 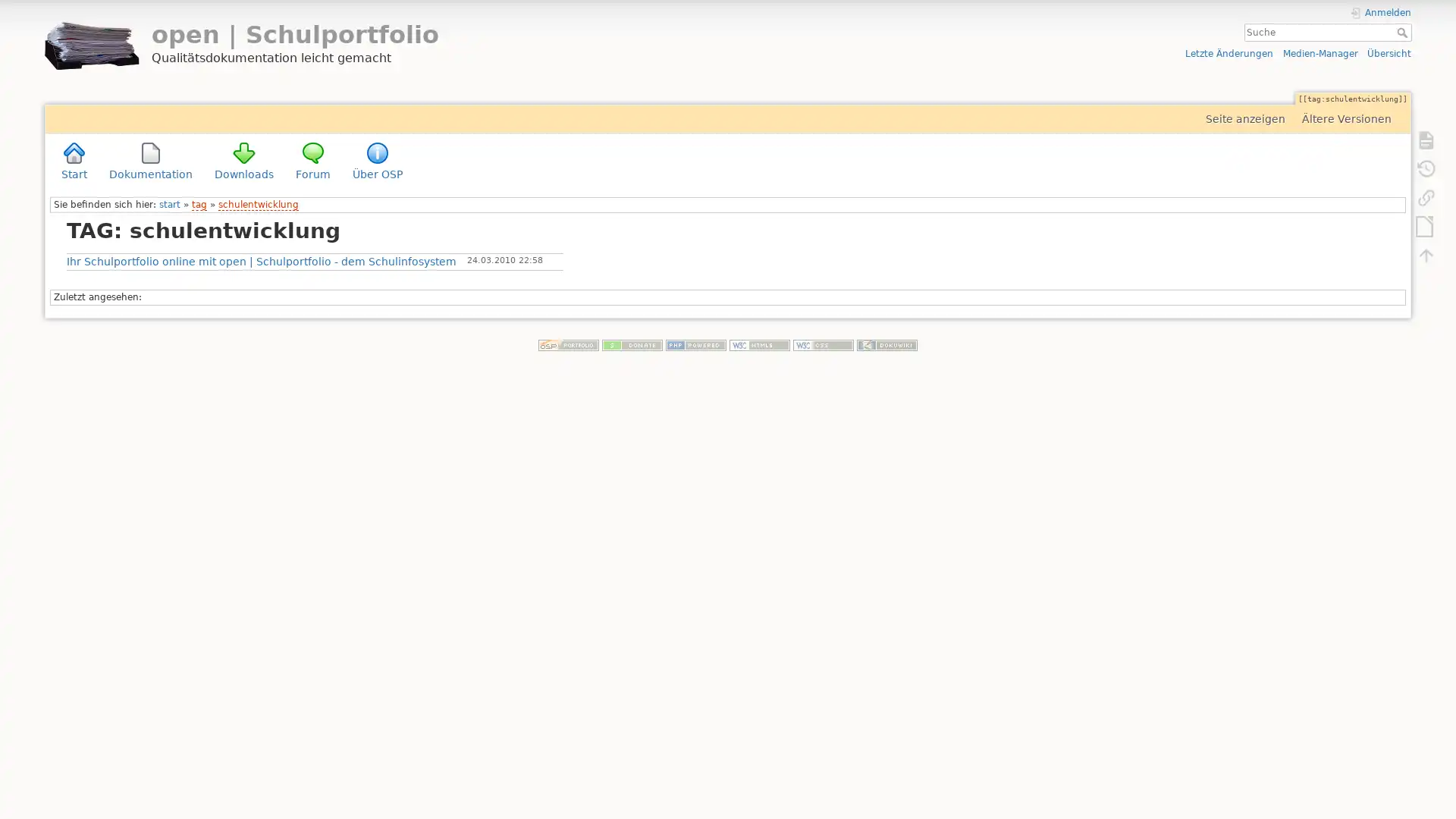 I want to click on Suche, so click(x=1402, y=32).